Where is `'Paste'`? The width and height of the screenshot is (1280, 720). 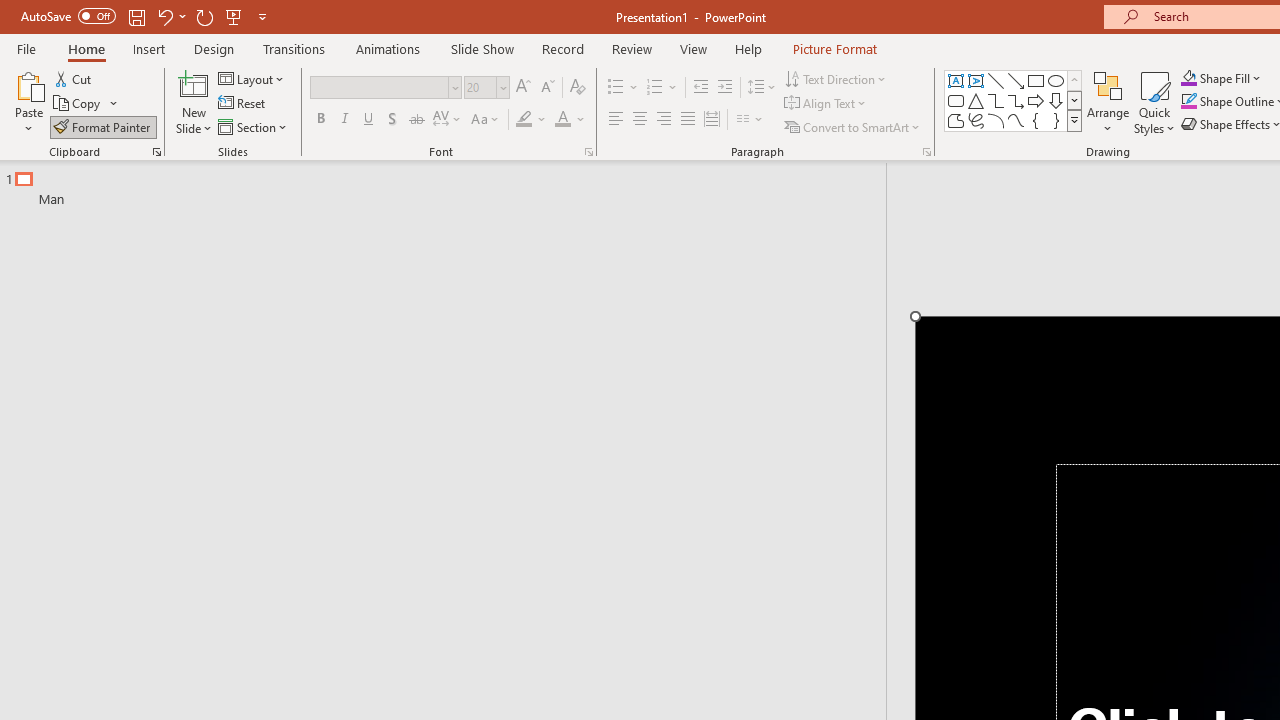
'Paste' is located at coordinates (28, 84).